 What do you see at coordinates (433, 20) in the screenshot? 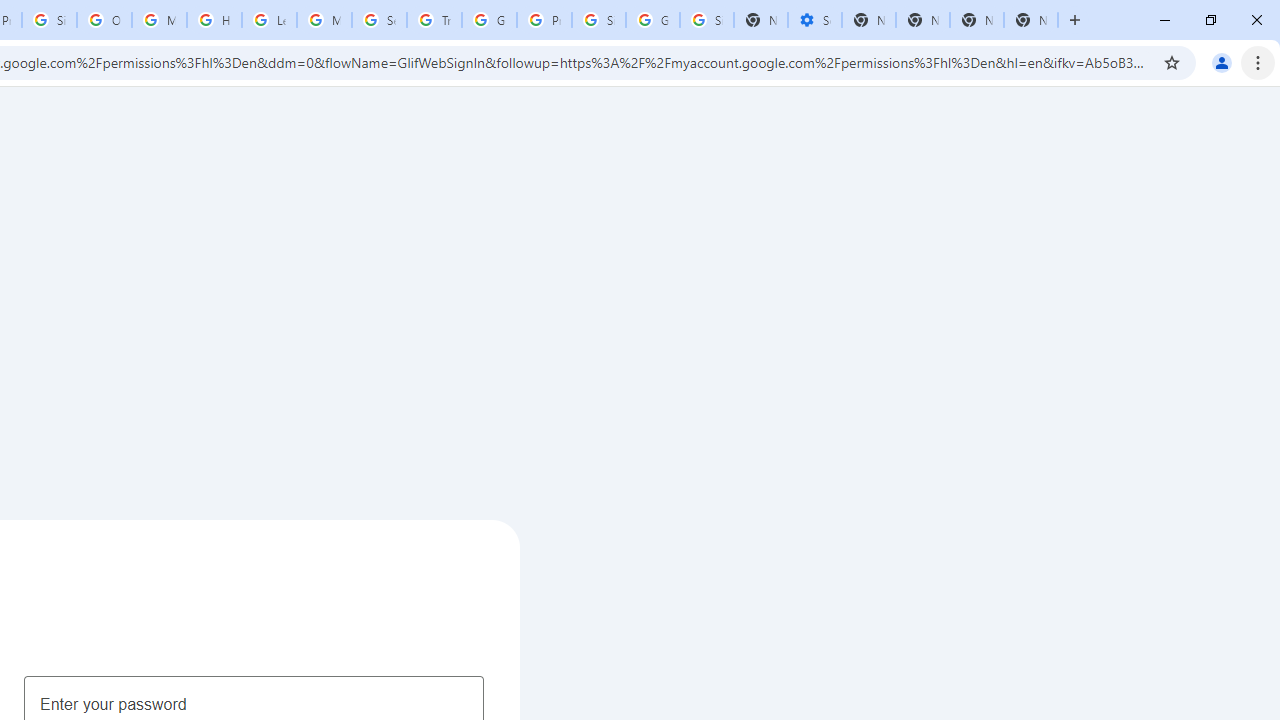
I see `'Trusted Information and Content - Google Safety Center'` at bounding box center [433, 20].